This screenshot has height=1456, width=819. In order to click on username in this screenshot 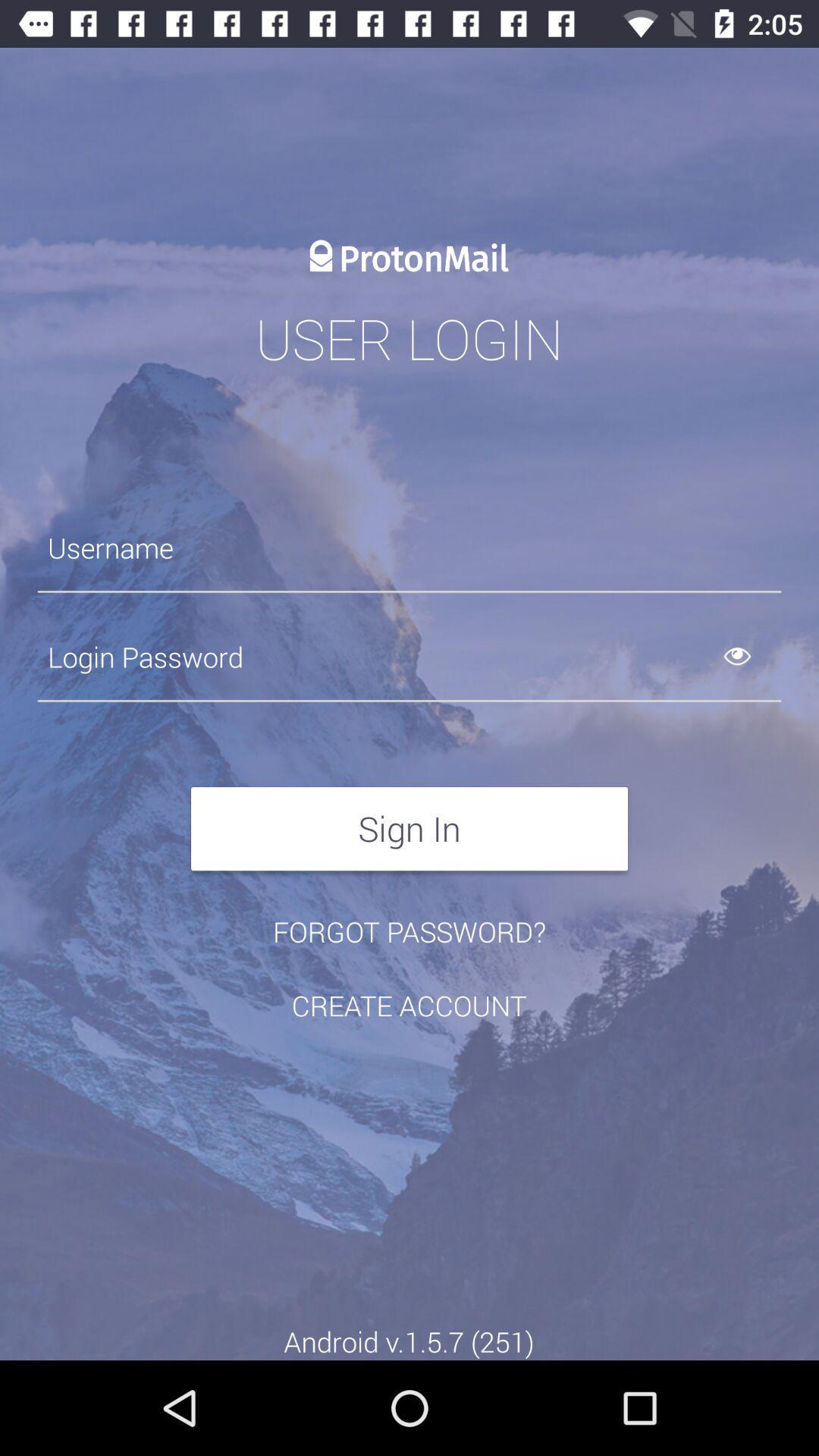, I will do `click(409, 547)`.